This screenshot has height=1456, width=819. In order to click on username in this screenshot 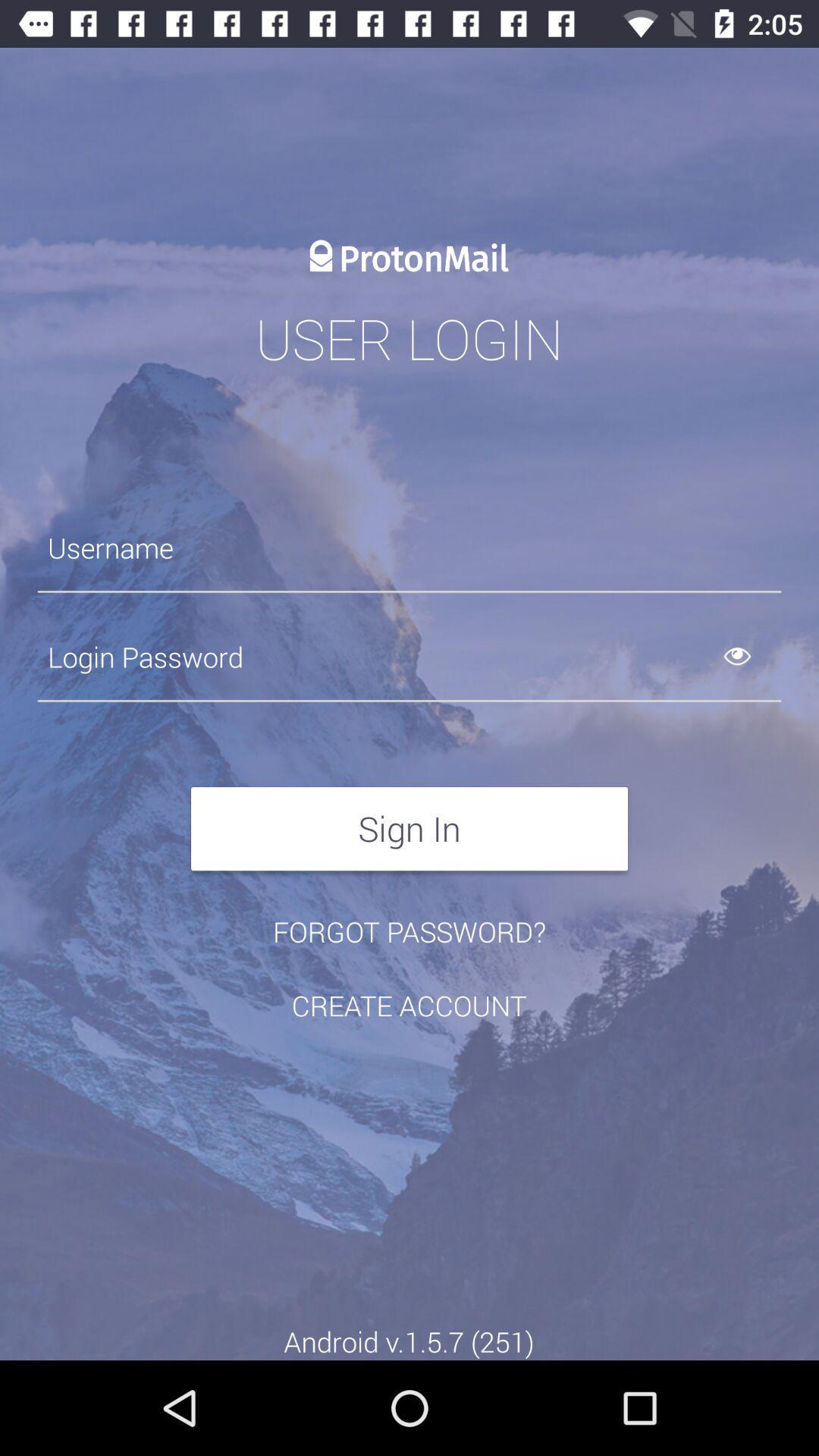, I will do `click(409, 547)`.